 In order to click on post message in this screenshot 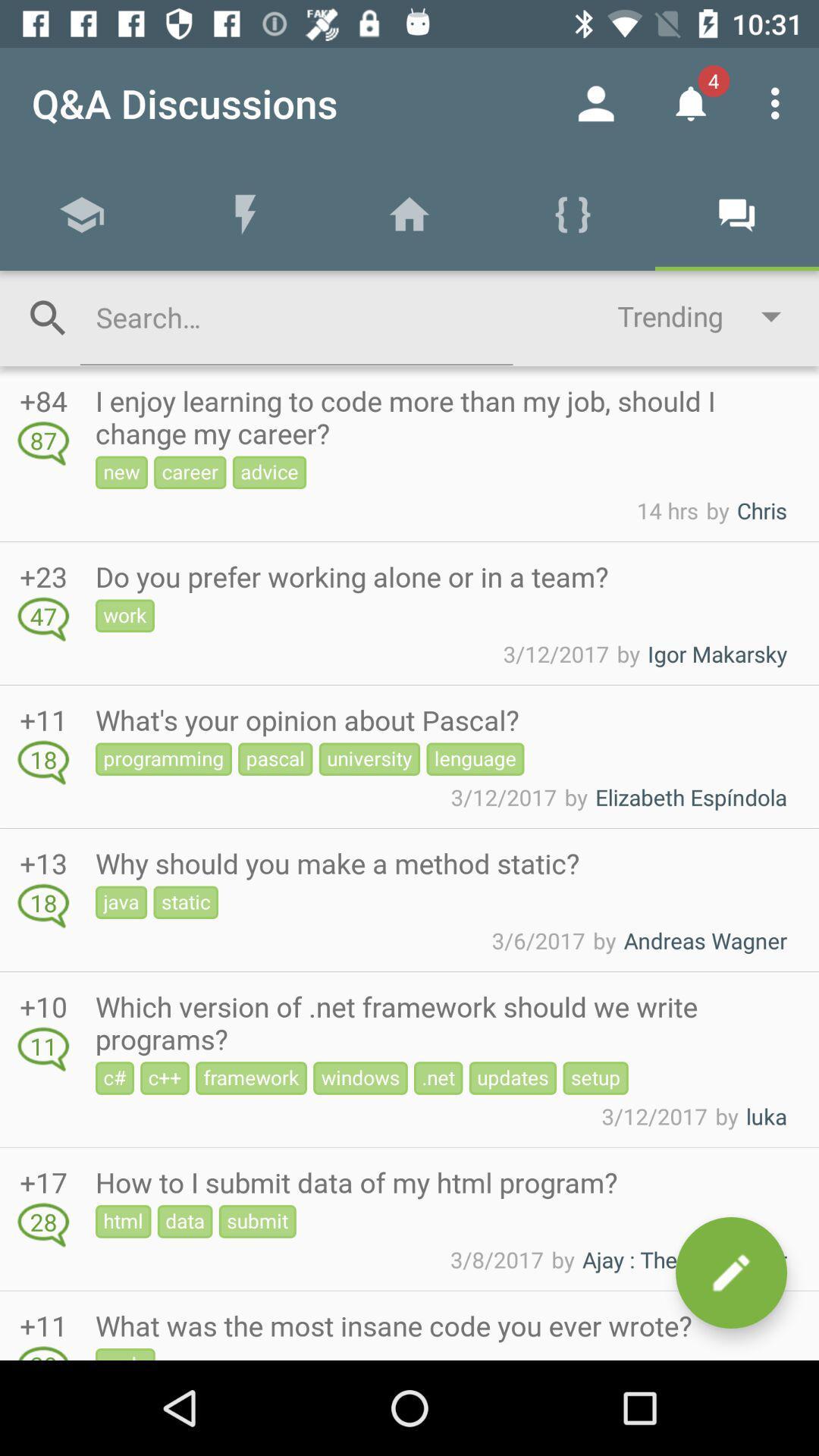, I will do `click(730, 1272)`.